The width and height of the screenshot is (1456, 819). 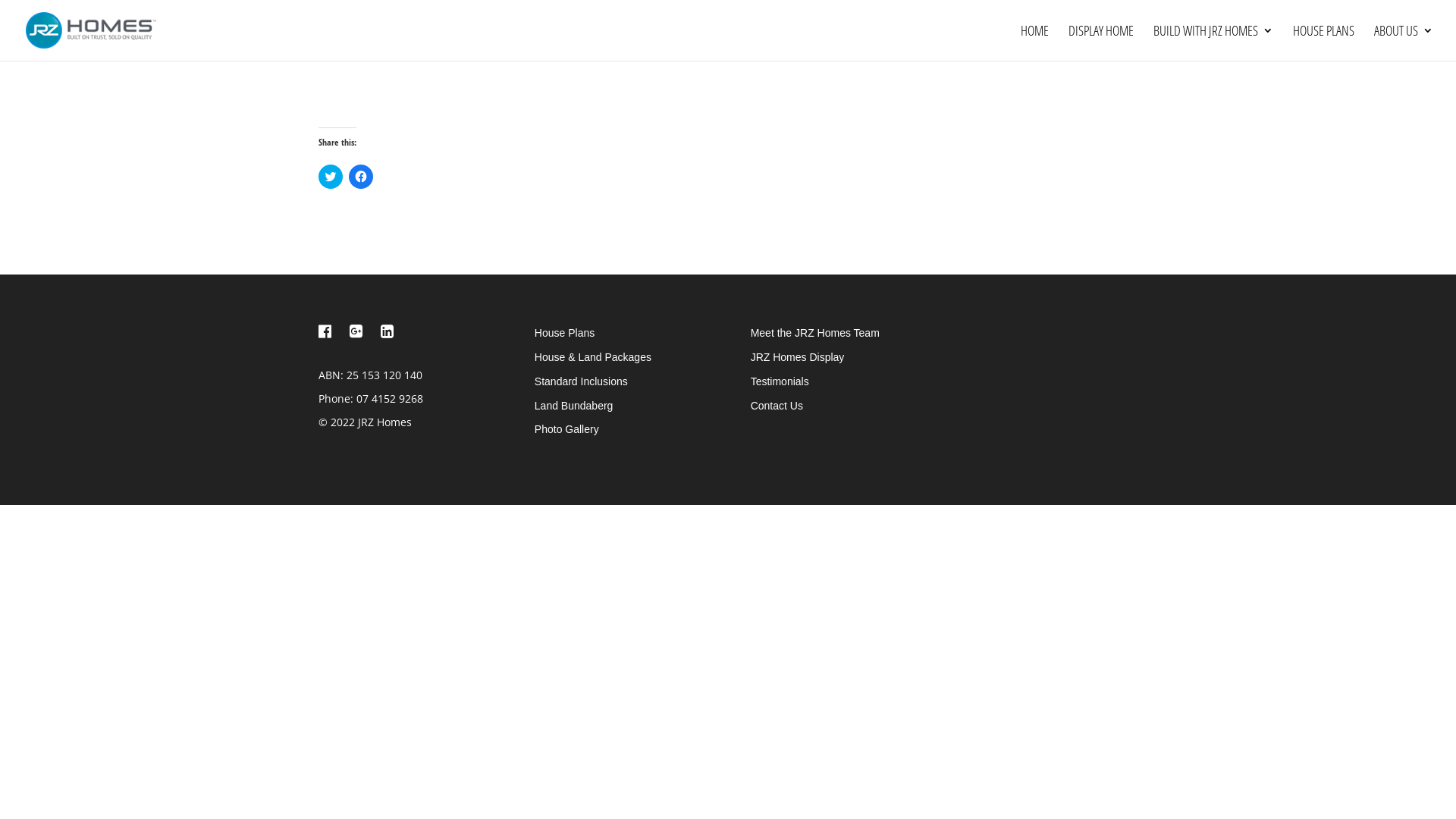 What do you see at coordinates (573, 405) in the screenshot?
I see `'Land Bundaberg'` at bounding box center [573, 405].